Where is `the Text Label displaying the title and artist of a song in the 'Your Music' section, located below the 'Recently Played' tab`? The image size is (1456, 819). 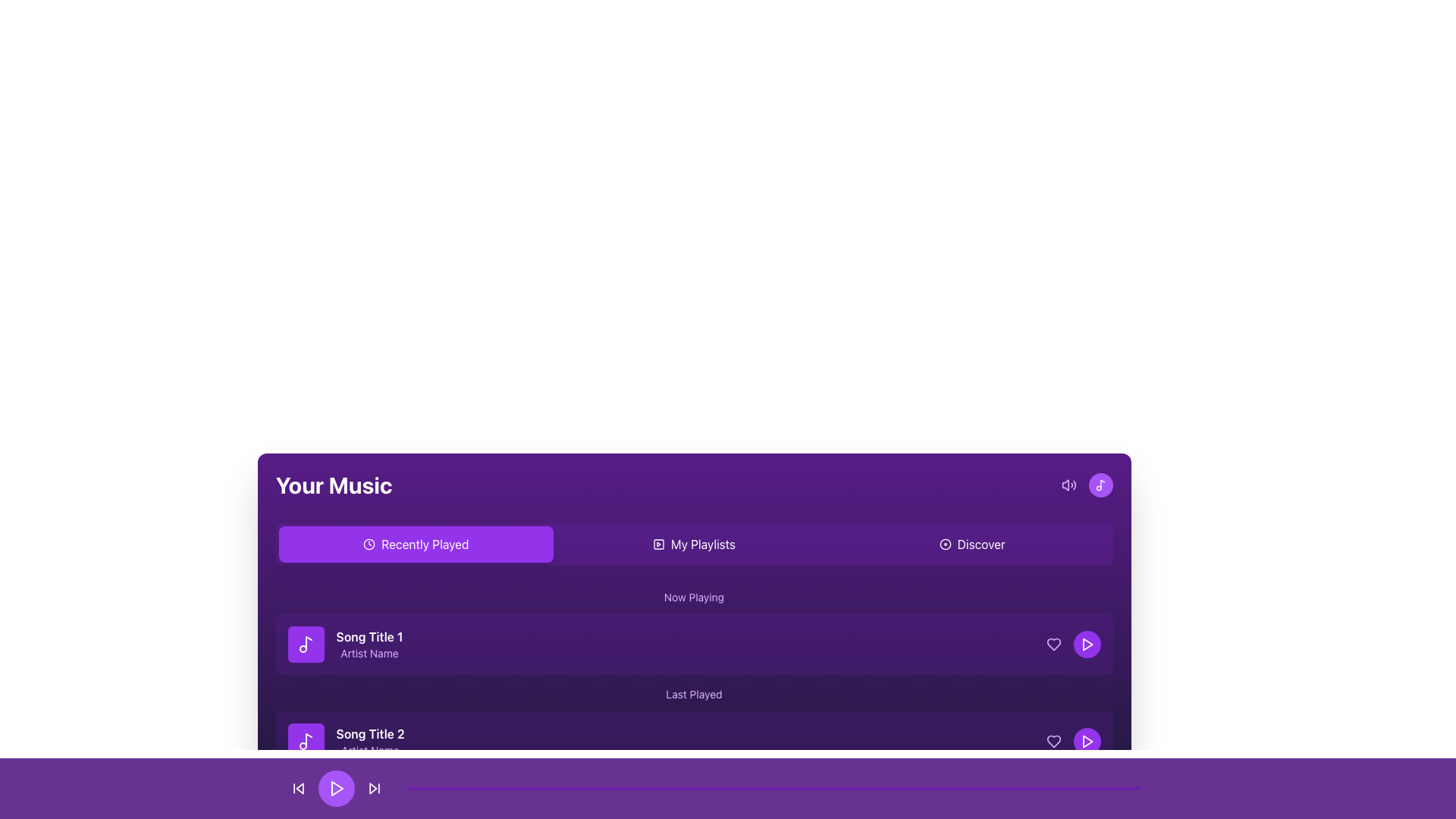 the Text Label displaying the title and artist of a song in the 'Your Music' section, located below the 'Recently Played' tab is located at coordinates (369, 644).